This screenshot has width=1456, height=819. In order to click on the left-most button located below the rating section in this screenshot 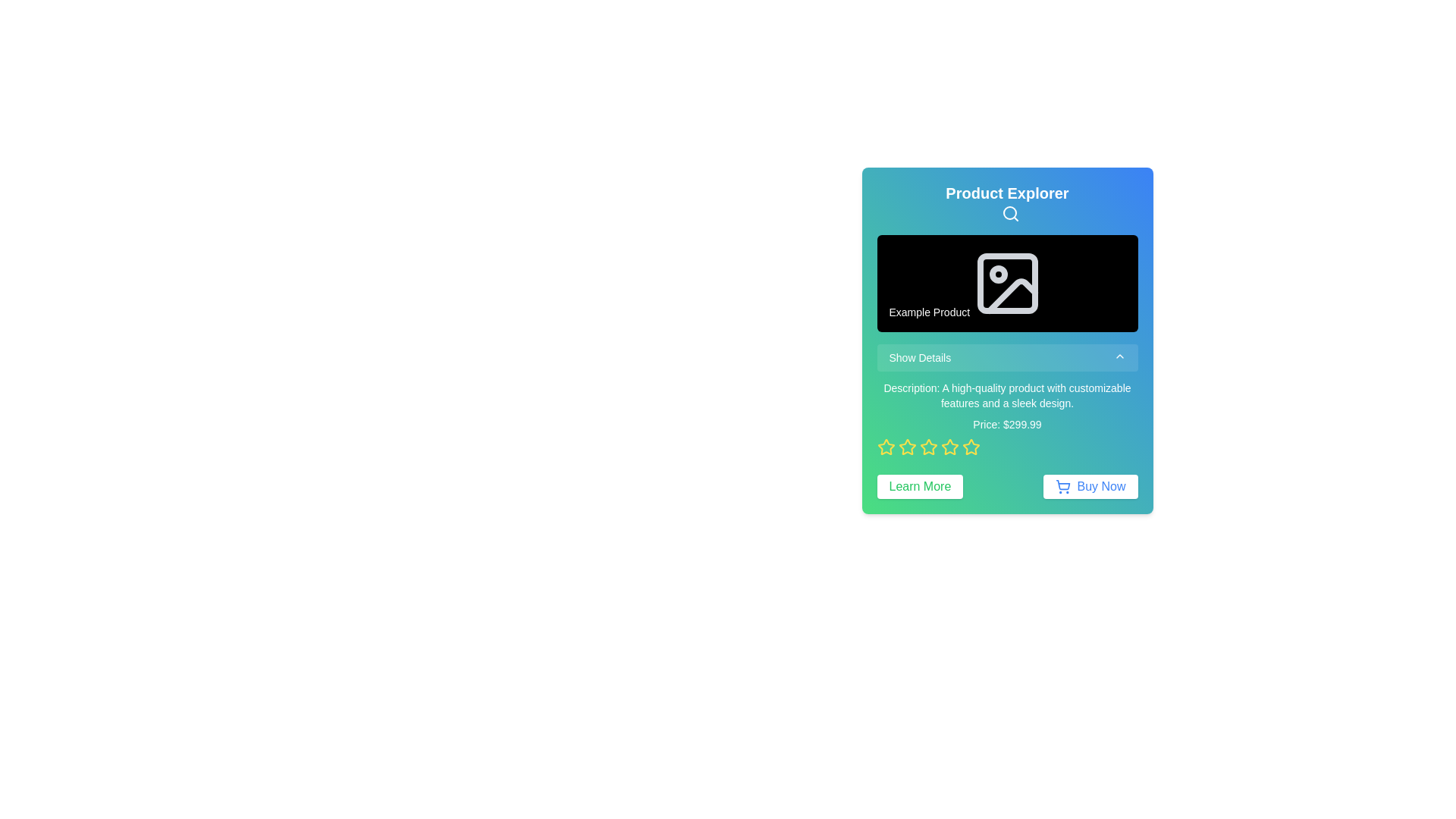, I will do `click(919, 486)`.